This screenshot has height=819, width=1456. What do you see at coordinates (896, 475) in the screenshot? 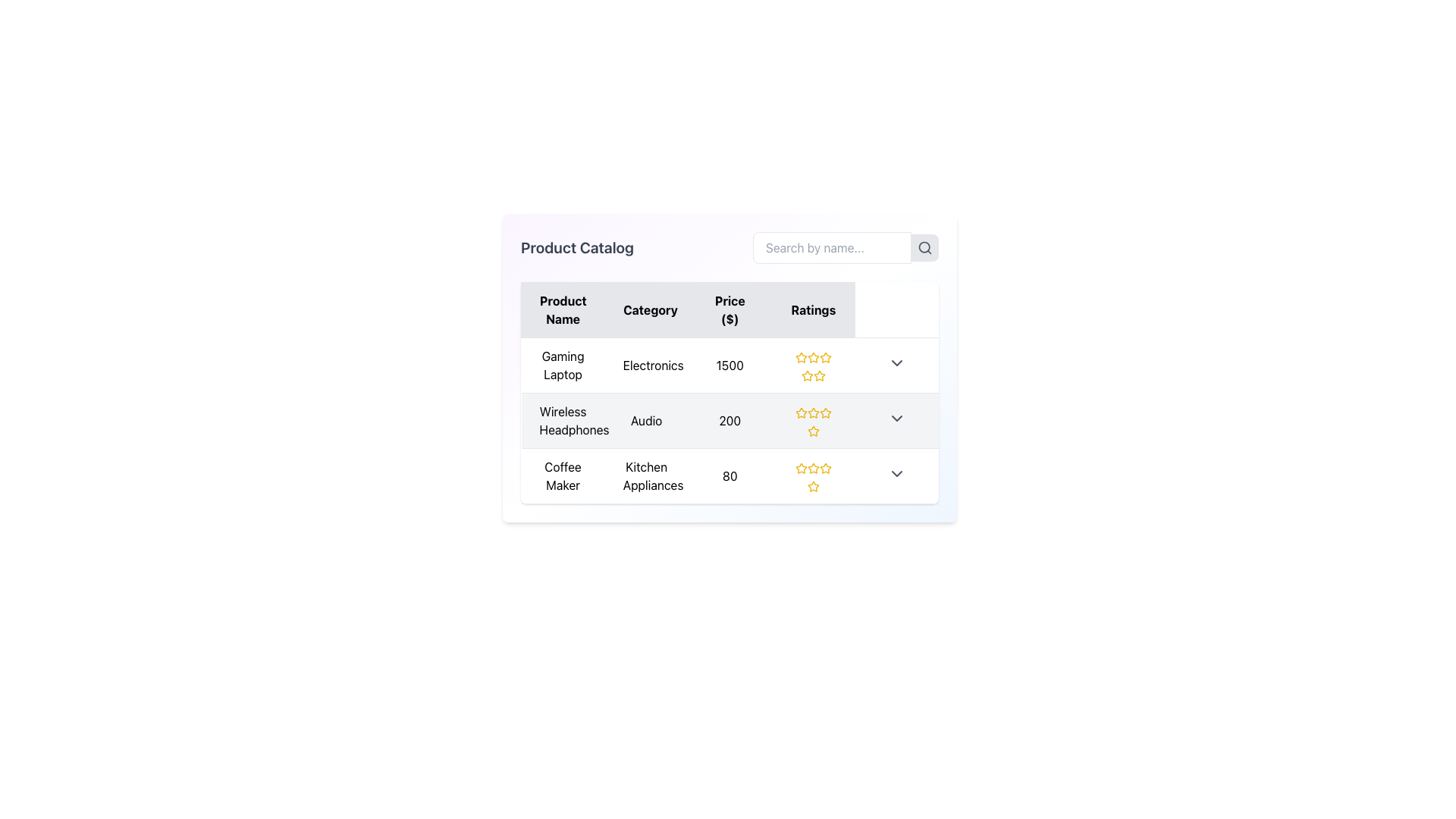
I see `the downward-pointing gray arrow icon in the last column of the table row for 'Coffee Maker', 'Kitchen Appliances', and '80'` at bounding box center [896, 475].